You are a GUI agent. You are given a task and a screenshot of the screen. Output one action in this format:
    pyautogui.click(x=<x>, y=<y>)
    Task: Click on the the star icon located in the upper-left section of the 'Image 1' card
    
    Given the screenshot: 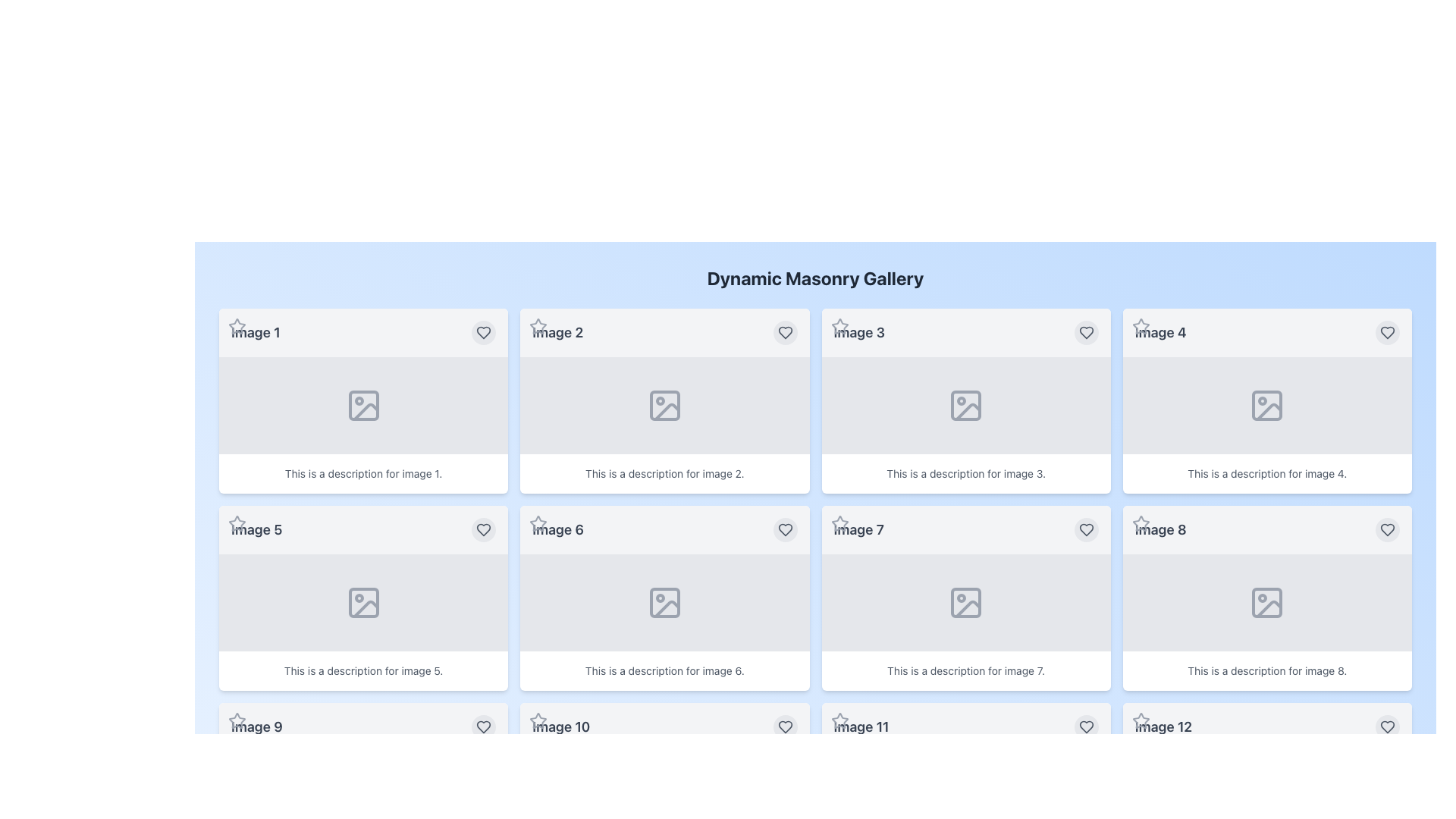 What is the action you would take?
    pyautogui.click(x=236, y=325)
    